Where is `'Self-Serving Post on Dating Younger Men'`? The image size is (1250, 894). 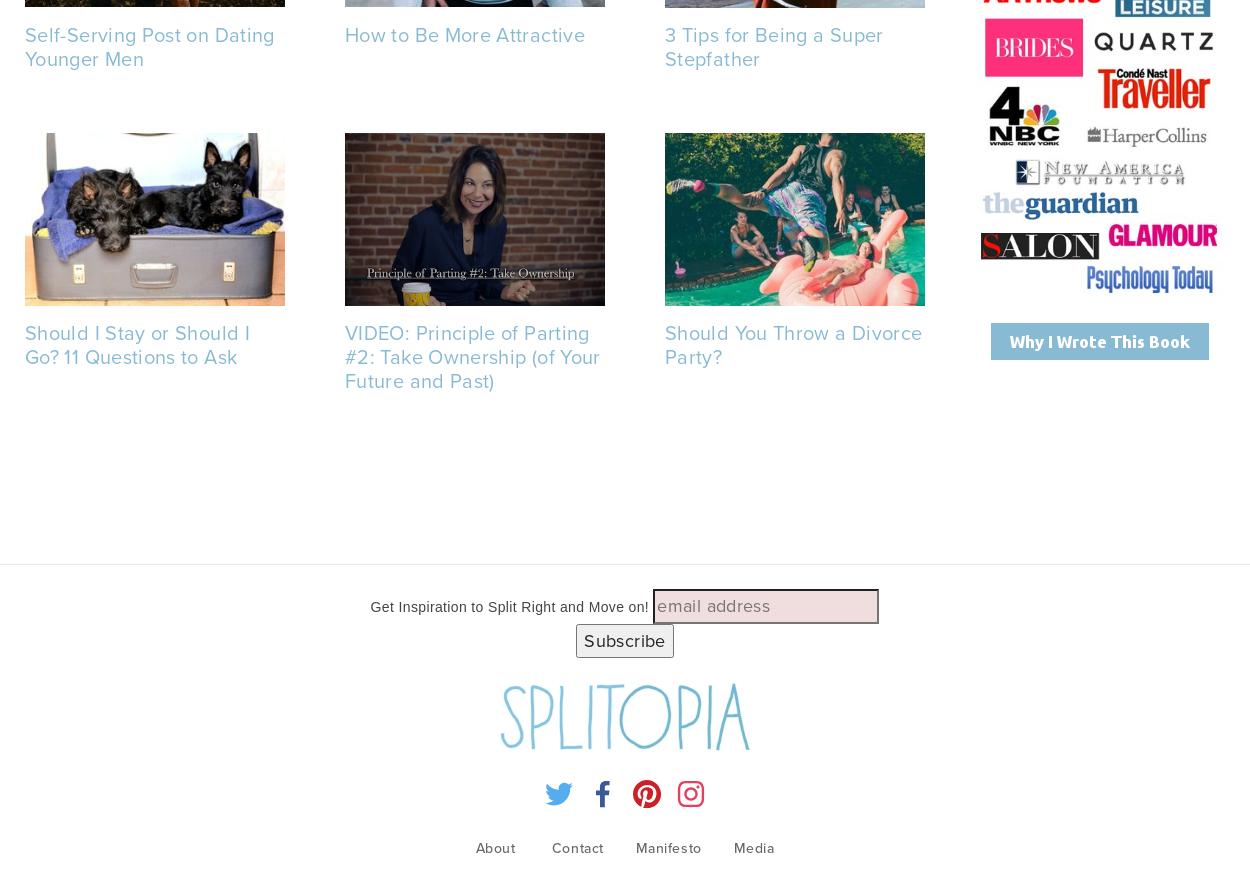
'Self-Serving Post on Dating Younger Men' is located at coordinates (149, 46).